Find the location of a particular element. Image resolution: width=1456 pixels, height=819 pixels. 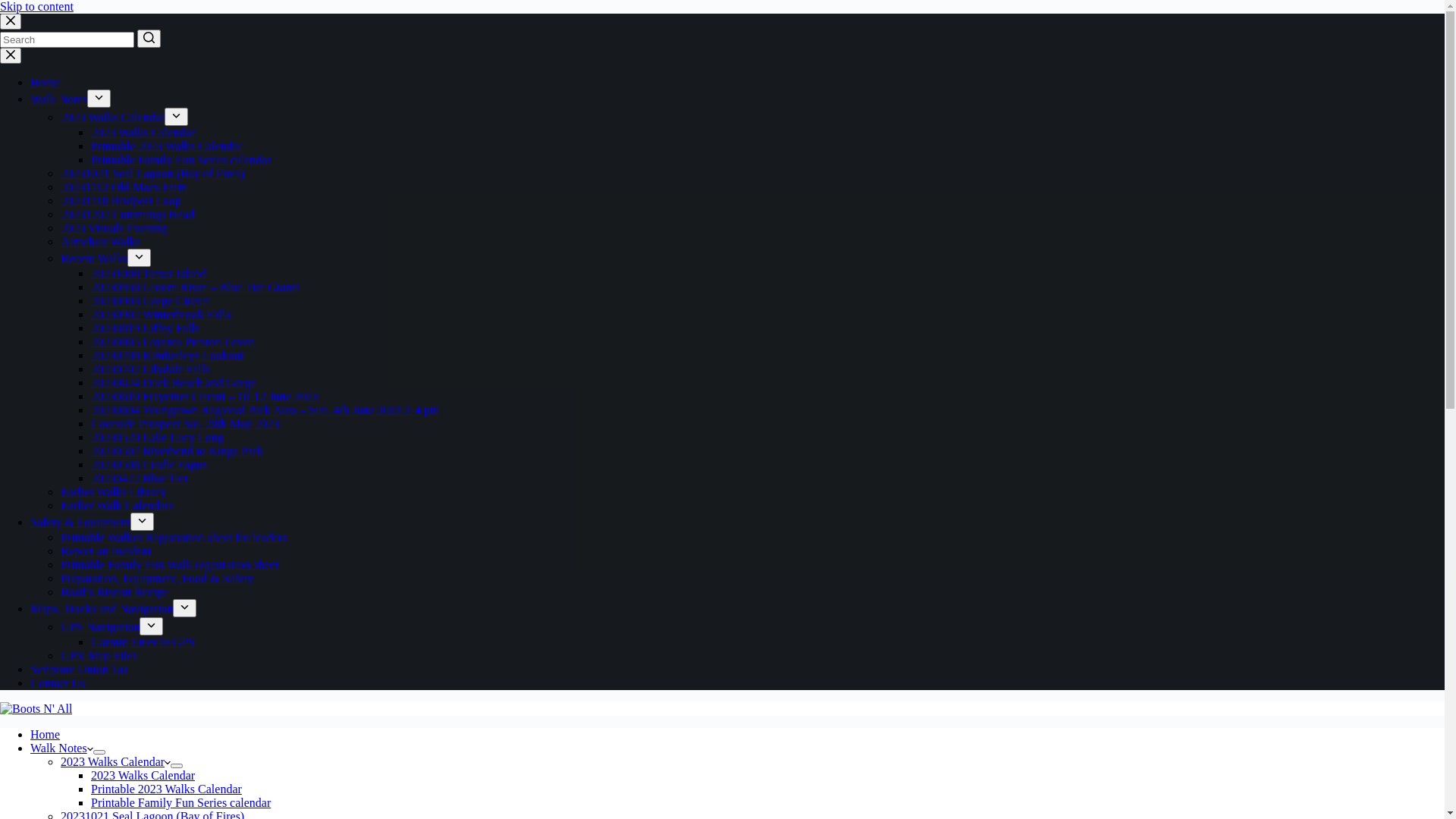

'2023 Walks Calendar' is located at coordinates (143, 775).